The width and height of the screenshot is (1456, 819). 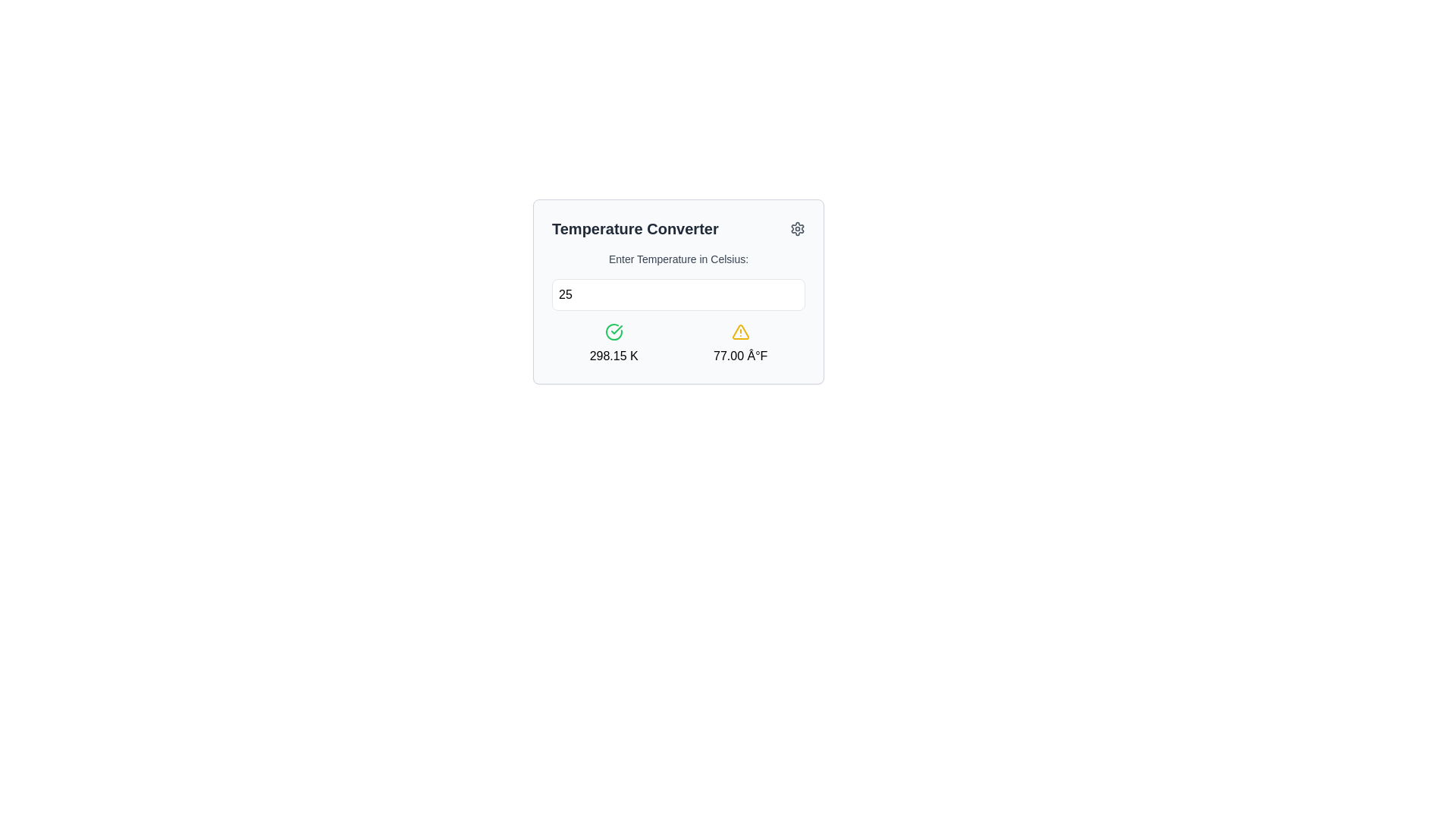 I want to click on the static text label that provides instructional text for the adjacent numeric input field for temperature in Celsius, located above the numeric input field, so click(x=677, y=259).